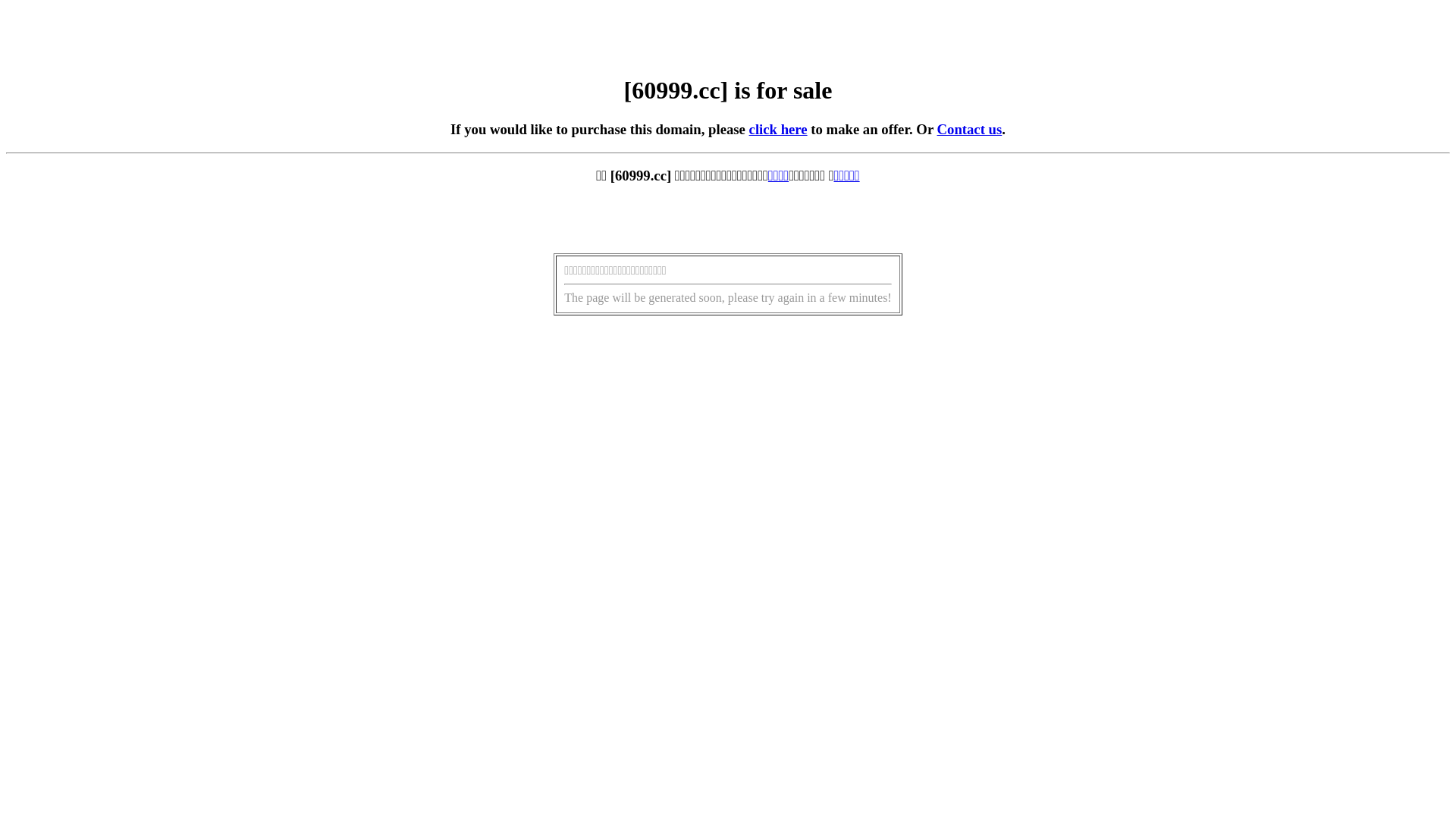  Describe the element at coordinates (778, 128) in the screenshot. I see `'click here'` at that location.